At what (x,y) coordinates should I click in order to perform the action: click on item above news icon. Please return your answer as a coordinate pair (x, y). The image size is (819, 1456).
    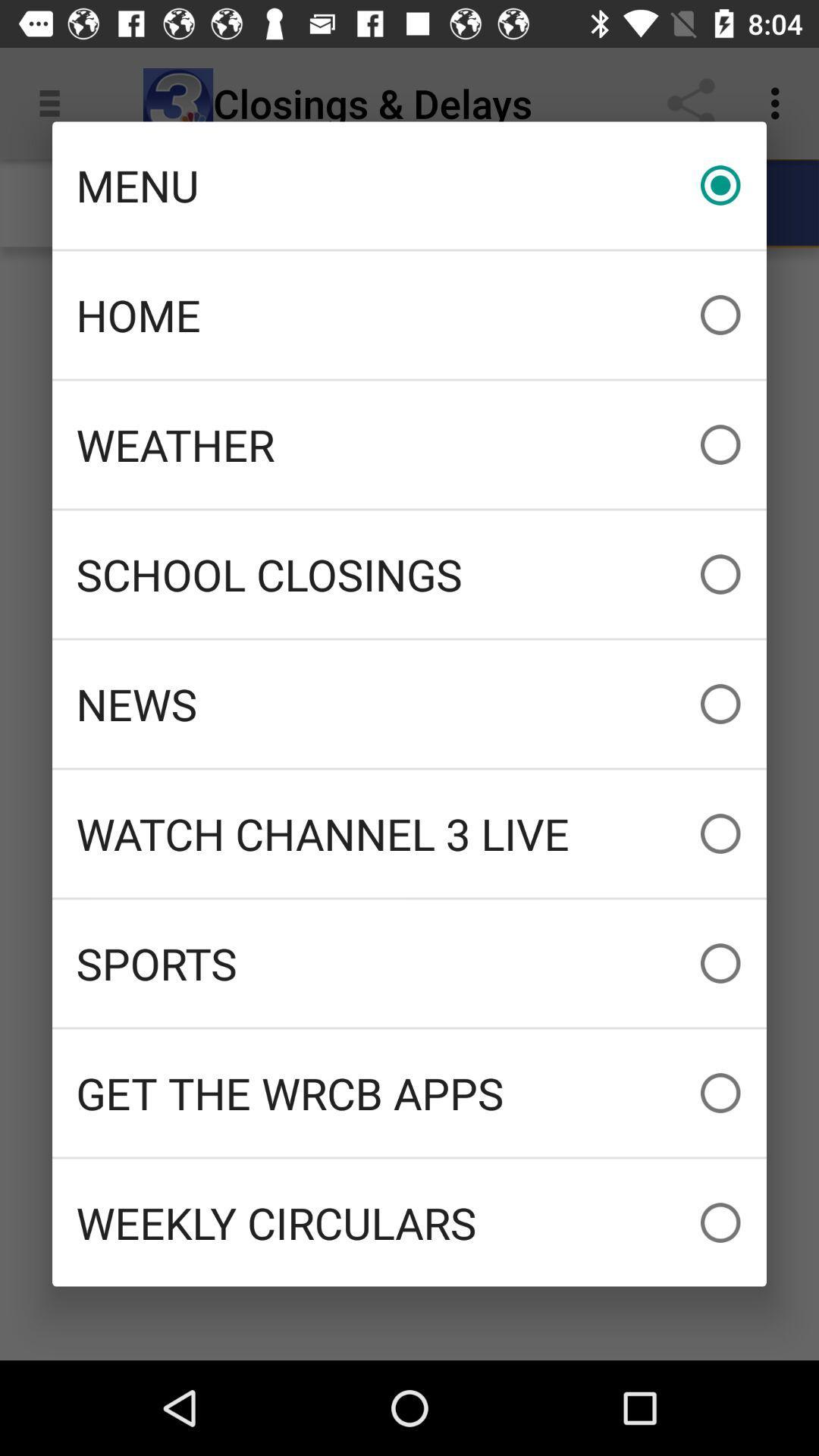
    Looking at the image, I should click on (409, 573).